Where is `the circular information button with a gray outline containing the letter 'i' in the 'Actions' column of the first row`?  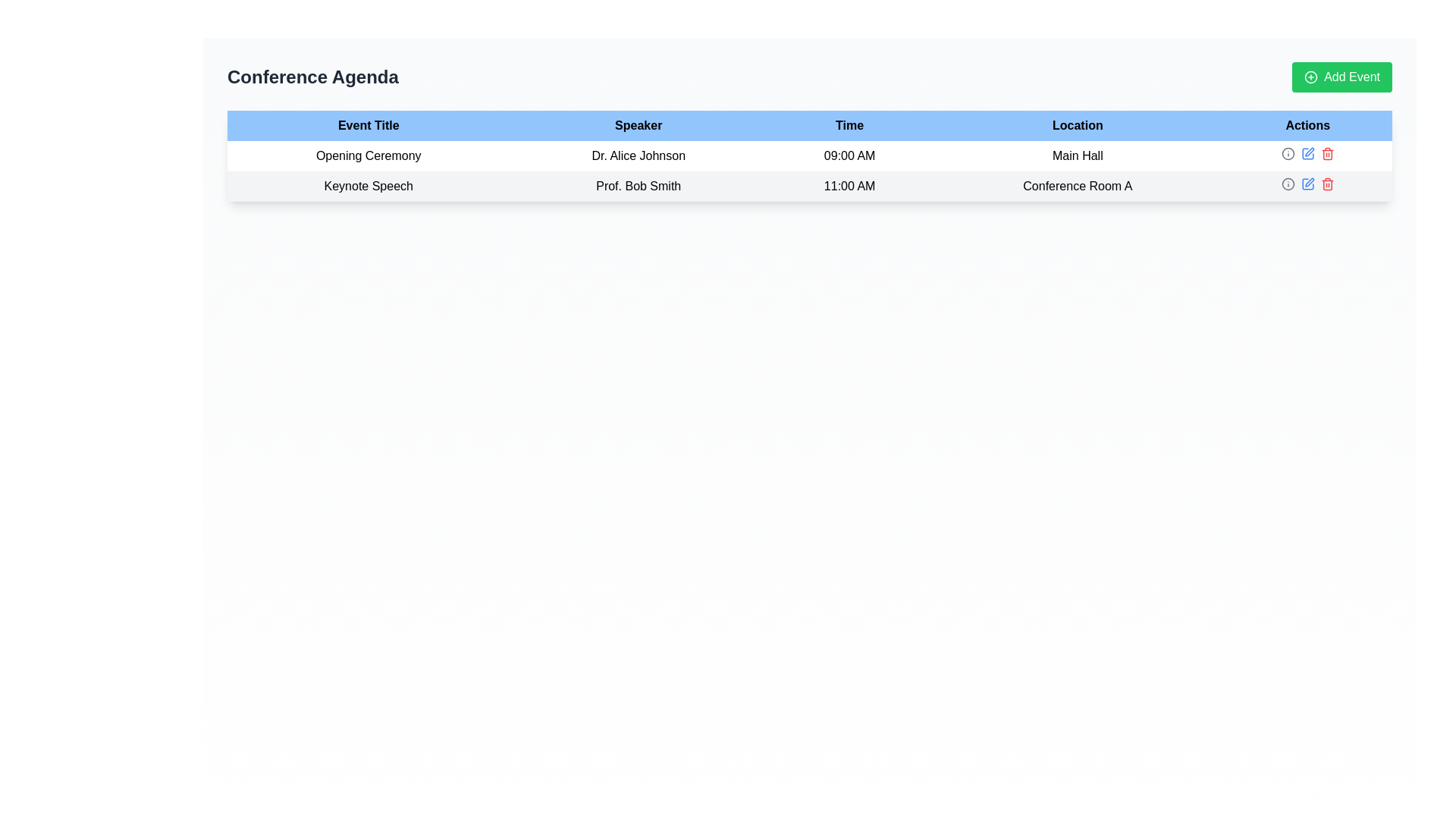
the circular information button with a gray outline containing the letter 'i' in the 'Actions' column of the first row is located at coordinates (1287, 154).